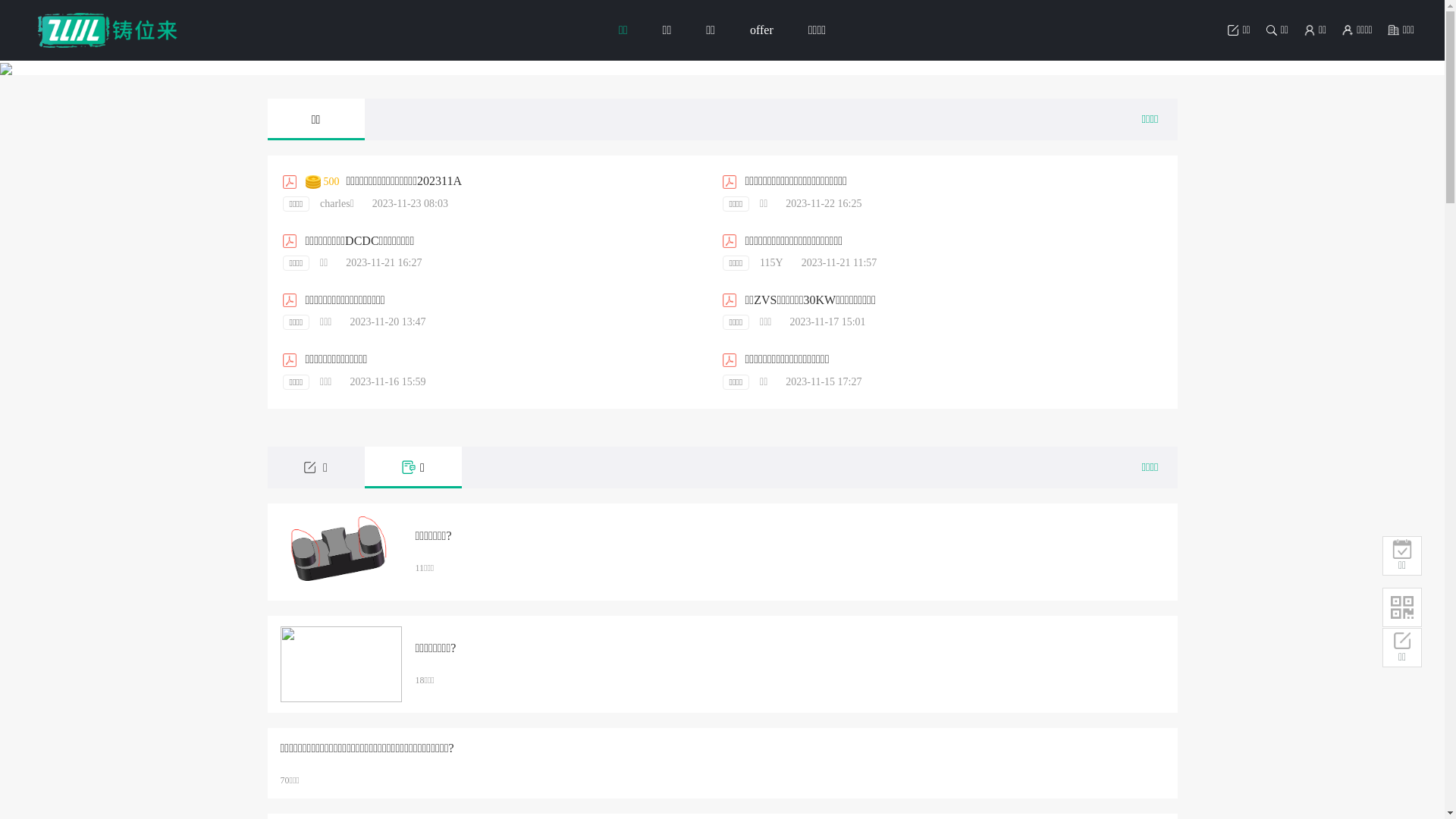  Describe the element at coordinates (761, 30) in the screenshot. I see `'offer'` at that location.